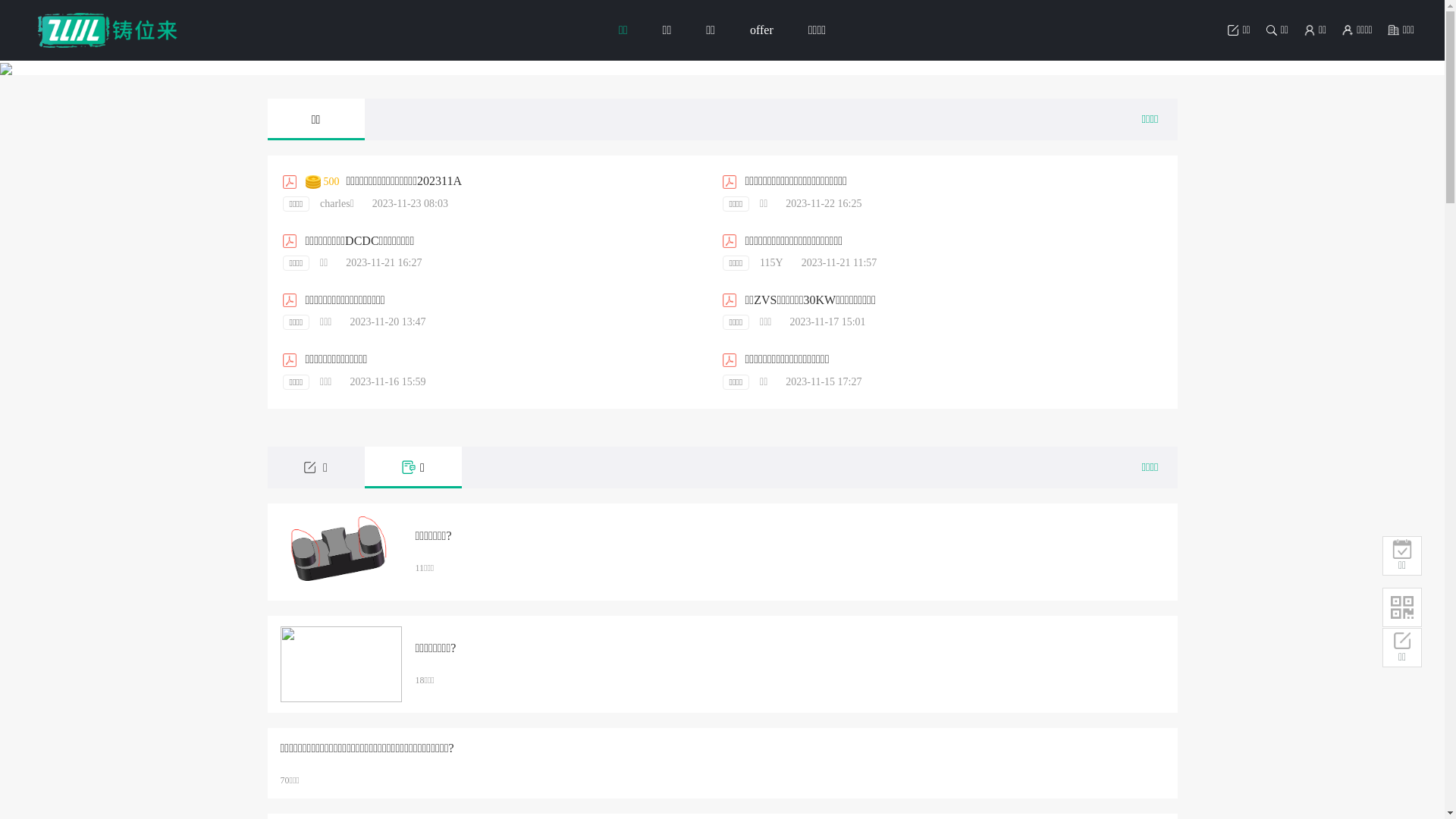  Describe the element at coordinates (761, 30) in the screenshot. I see `'offer'` at that location.